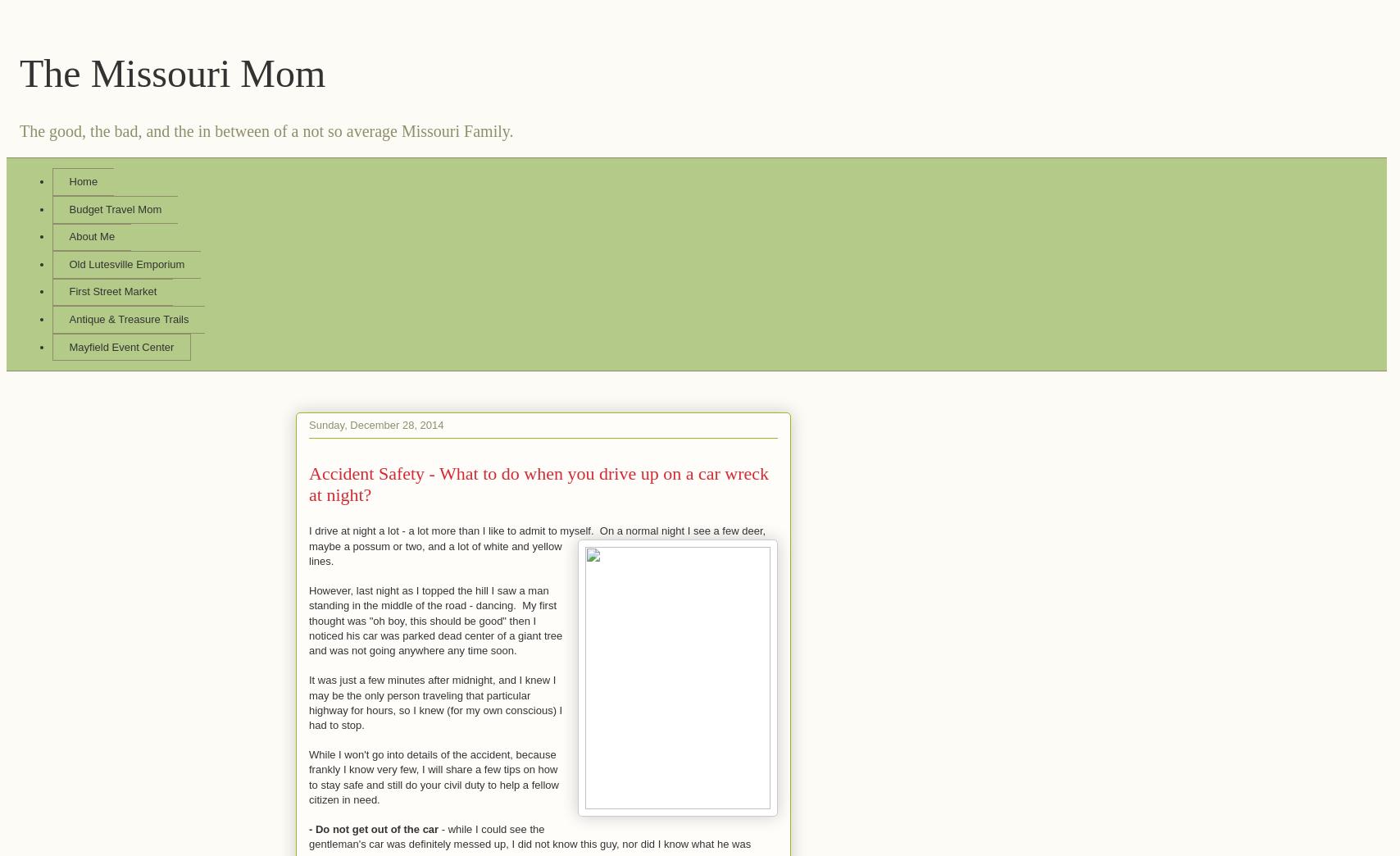  Describe the element at coordinates (126, 262) in the screenshot. I see `'Old Lutesville Emporium'` at that location.